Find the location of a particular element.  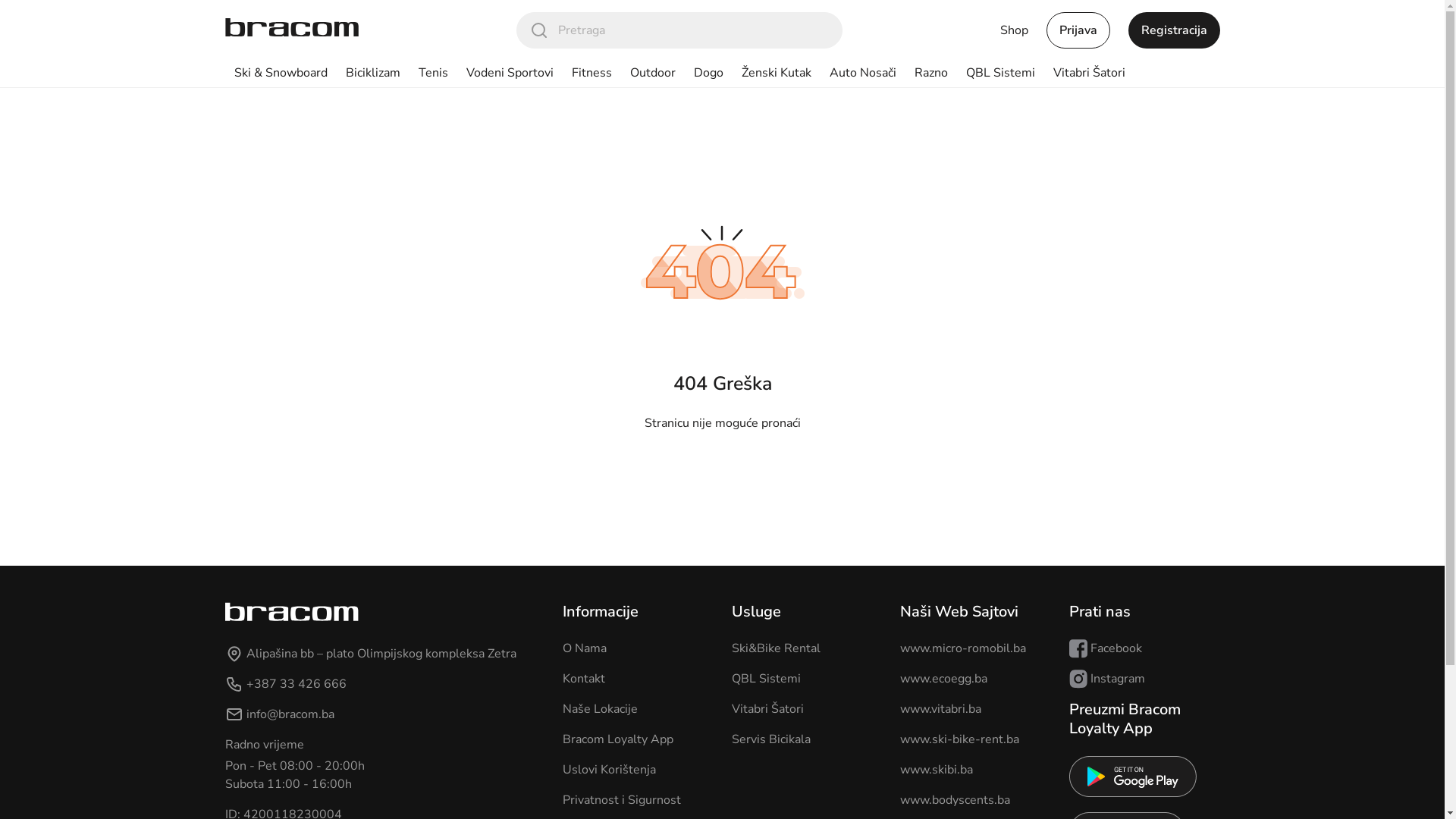

'www.ski-bike-rent.ba' is located at coordinates (959, 739).